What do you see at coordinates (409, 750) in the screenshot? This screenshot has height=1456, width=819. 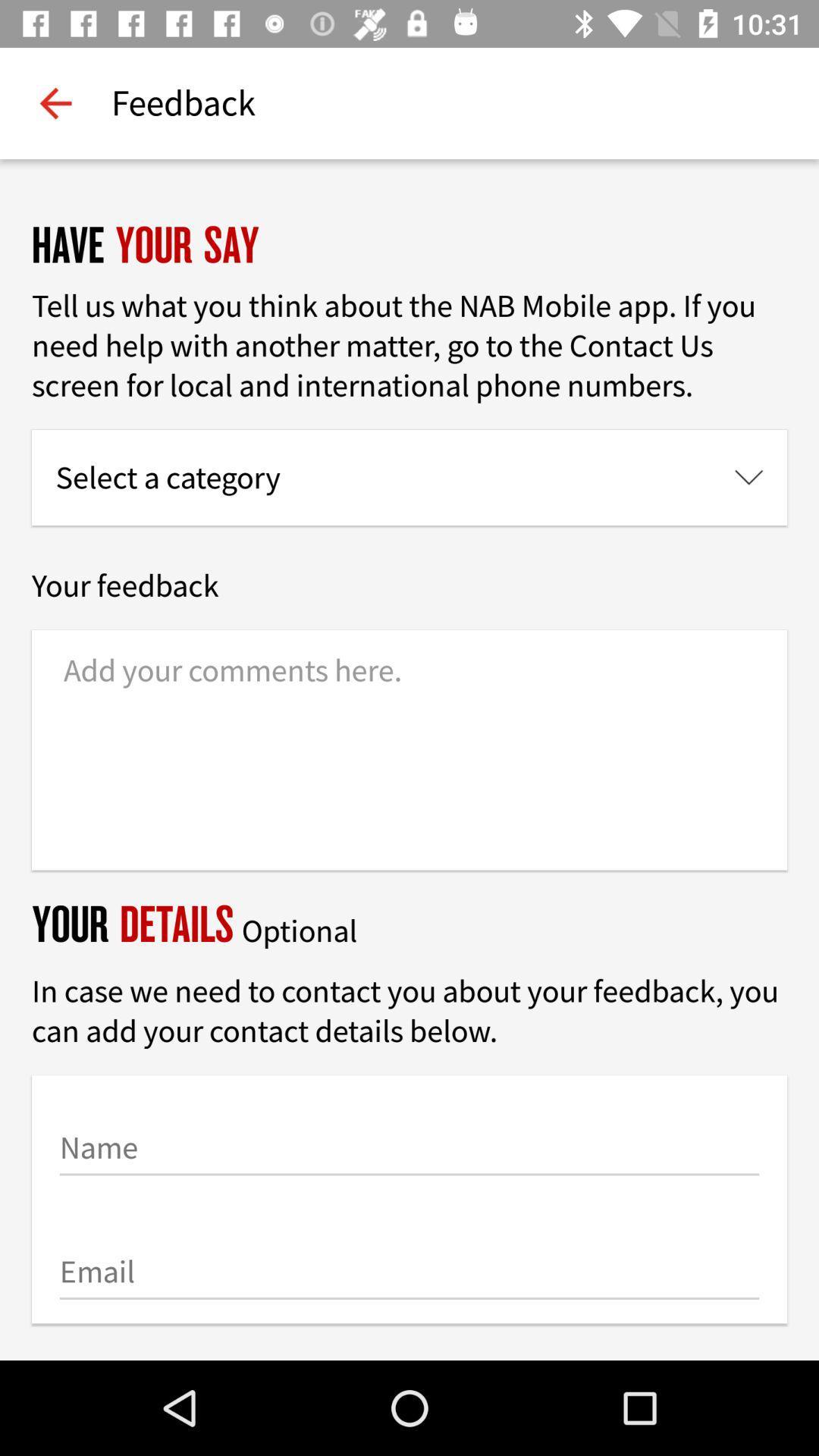 I see `comments` at bounding box center [409, 750].